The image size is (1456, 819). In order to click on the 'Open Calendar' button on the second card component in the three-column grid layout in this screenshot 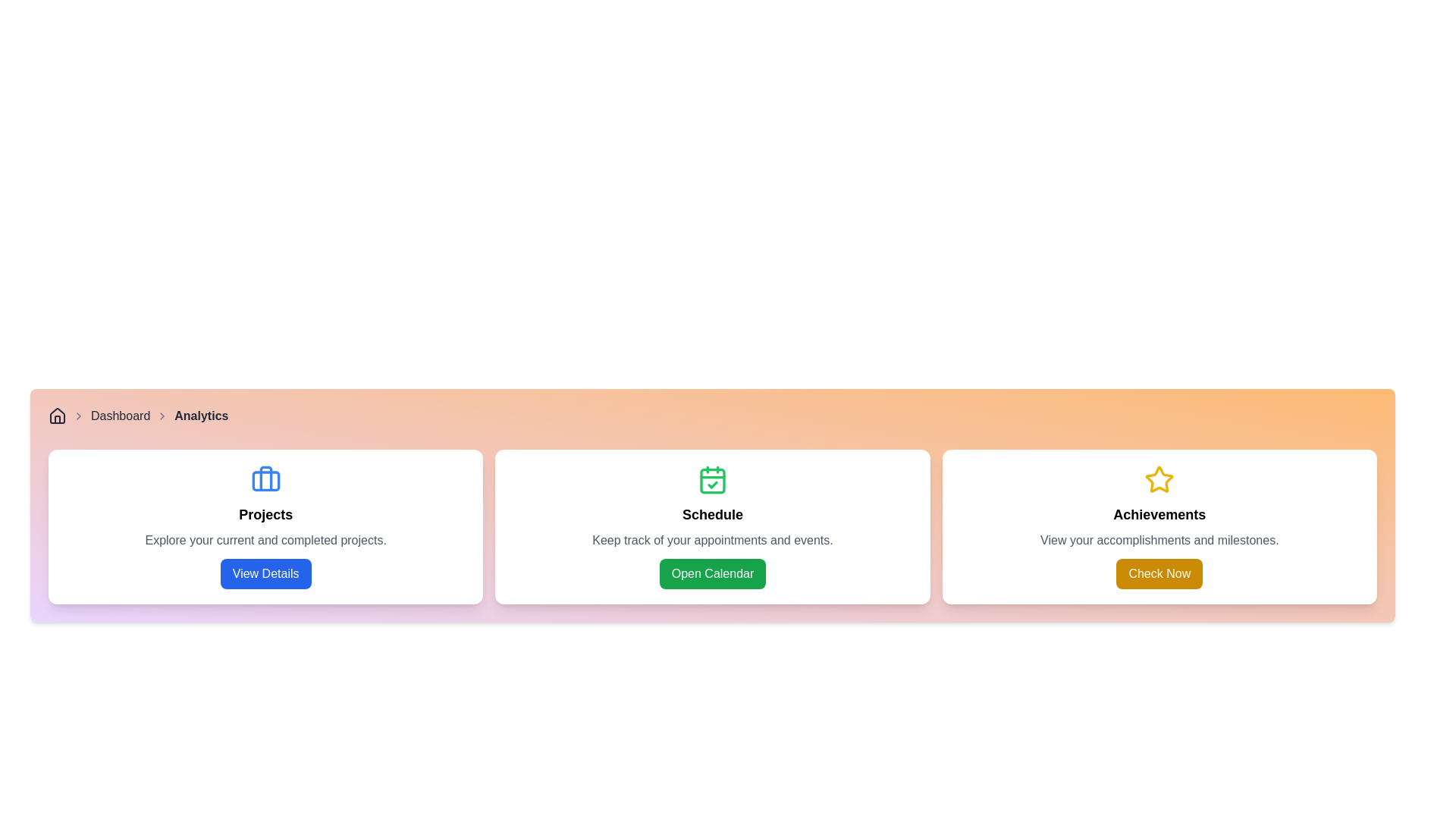, I will do `click(712, 526)`.